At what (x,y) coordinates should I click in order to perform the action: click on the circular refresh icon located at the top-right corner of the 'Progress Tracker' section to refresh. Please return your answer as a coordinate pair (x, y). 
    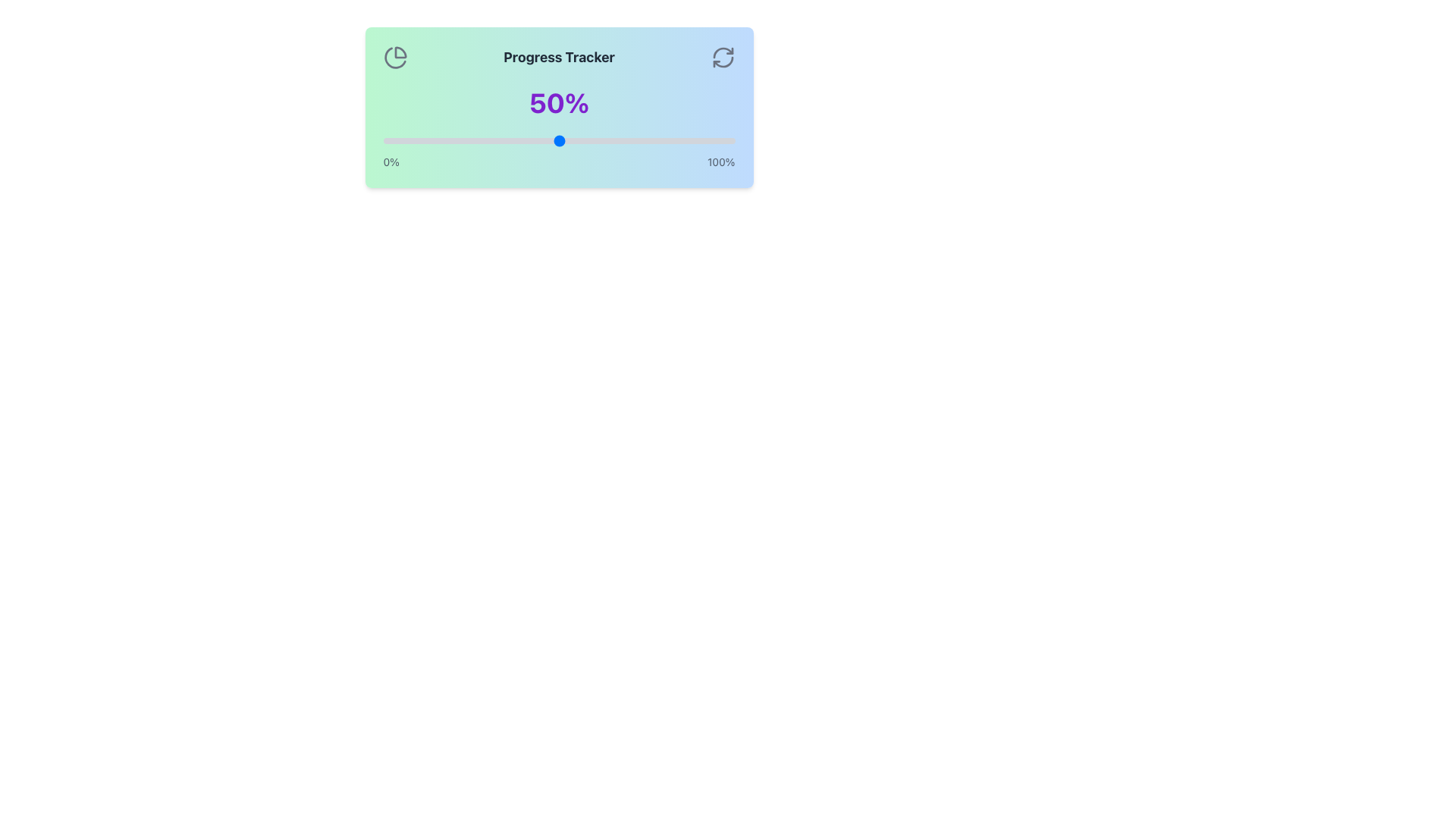
    Looking at the image, I should click on (722, 57).